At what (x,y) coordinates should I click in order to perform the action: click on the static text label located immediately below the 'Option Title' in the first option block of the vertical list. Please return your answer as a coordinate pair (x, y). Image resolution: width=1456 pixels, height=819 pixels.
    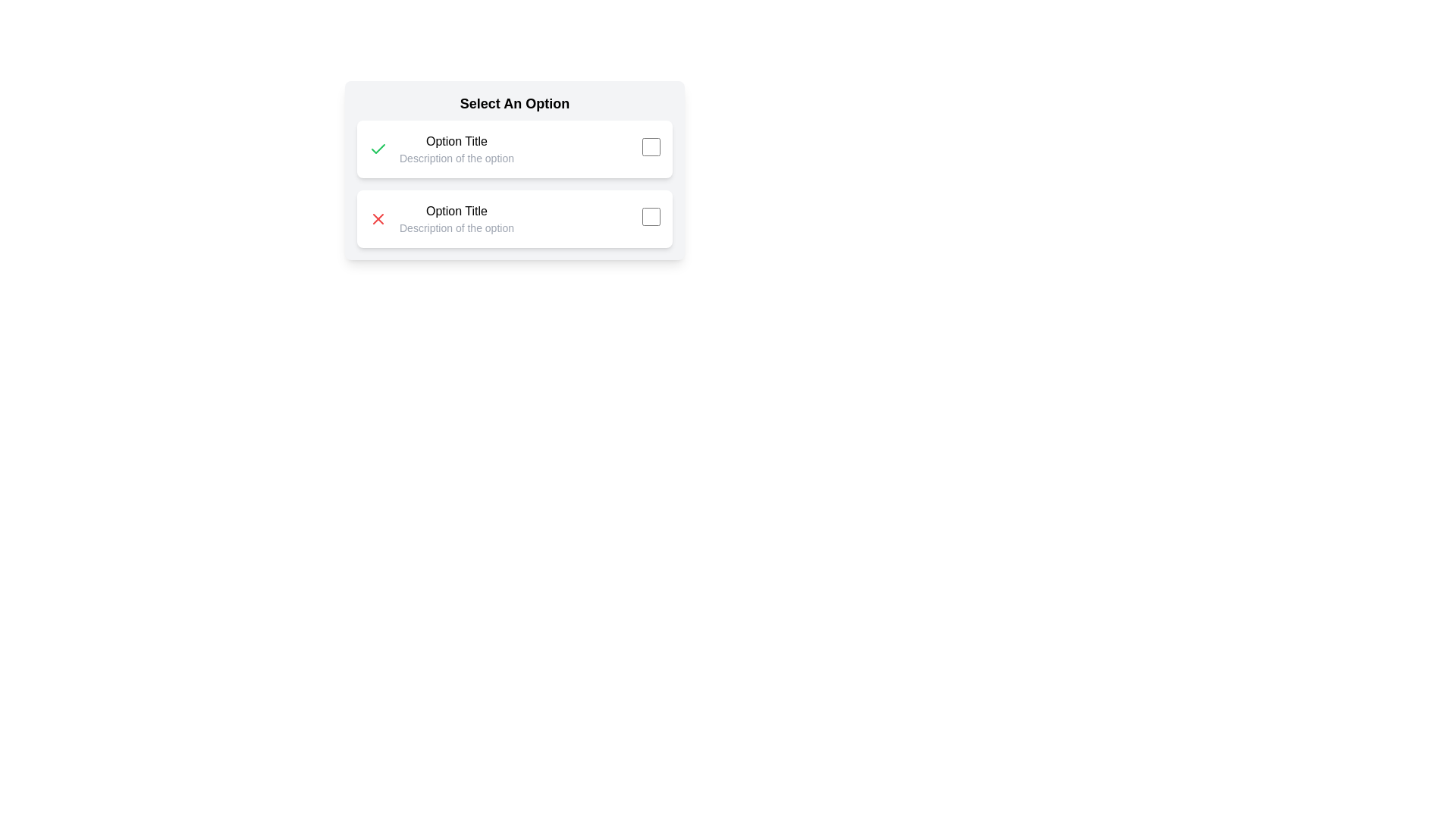
    Looking at the image, I should click on (456, 158).